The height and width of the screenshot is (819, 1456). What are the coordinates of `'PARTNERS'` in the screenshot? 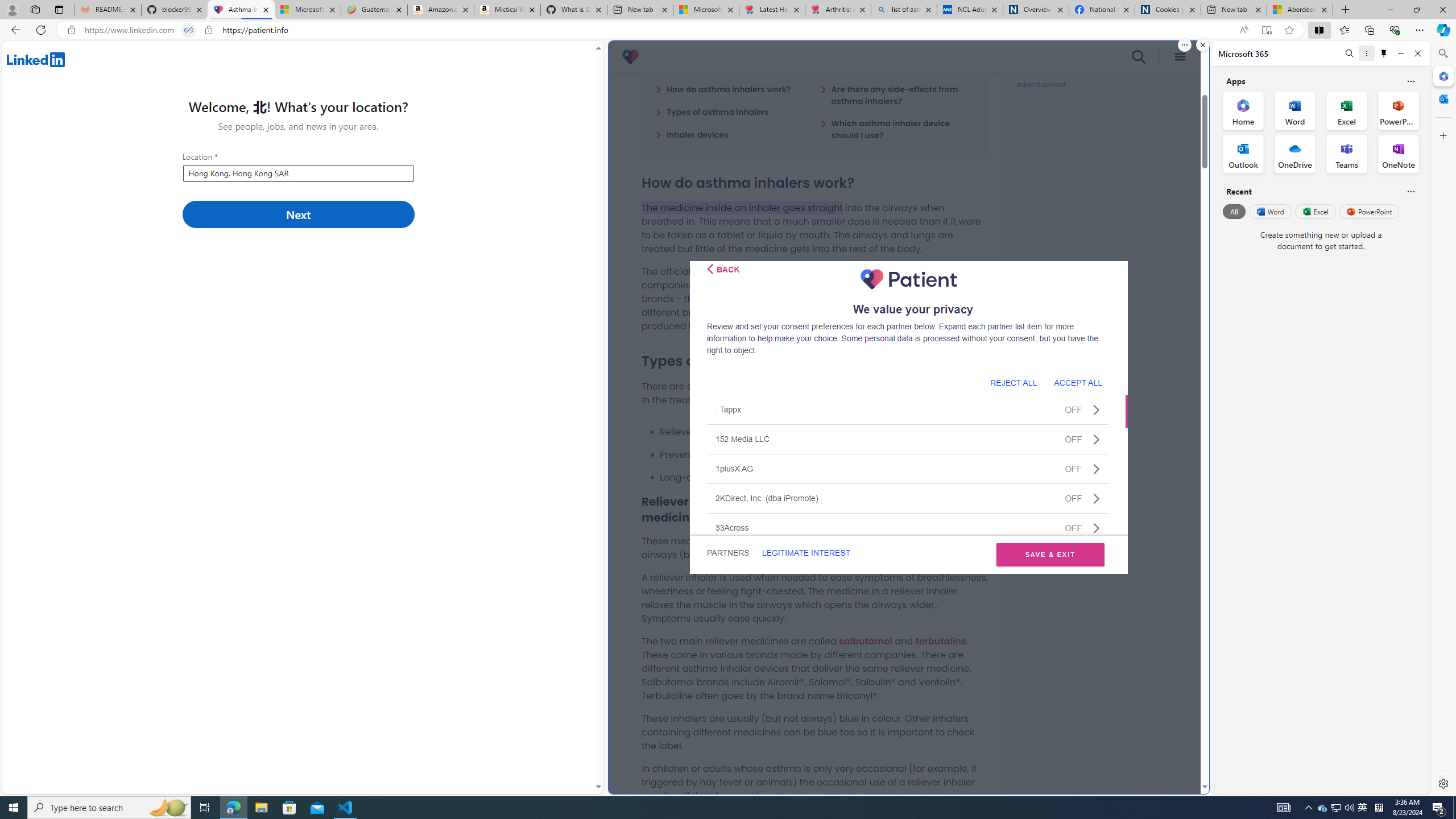 It's located at (728, 553).